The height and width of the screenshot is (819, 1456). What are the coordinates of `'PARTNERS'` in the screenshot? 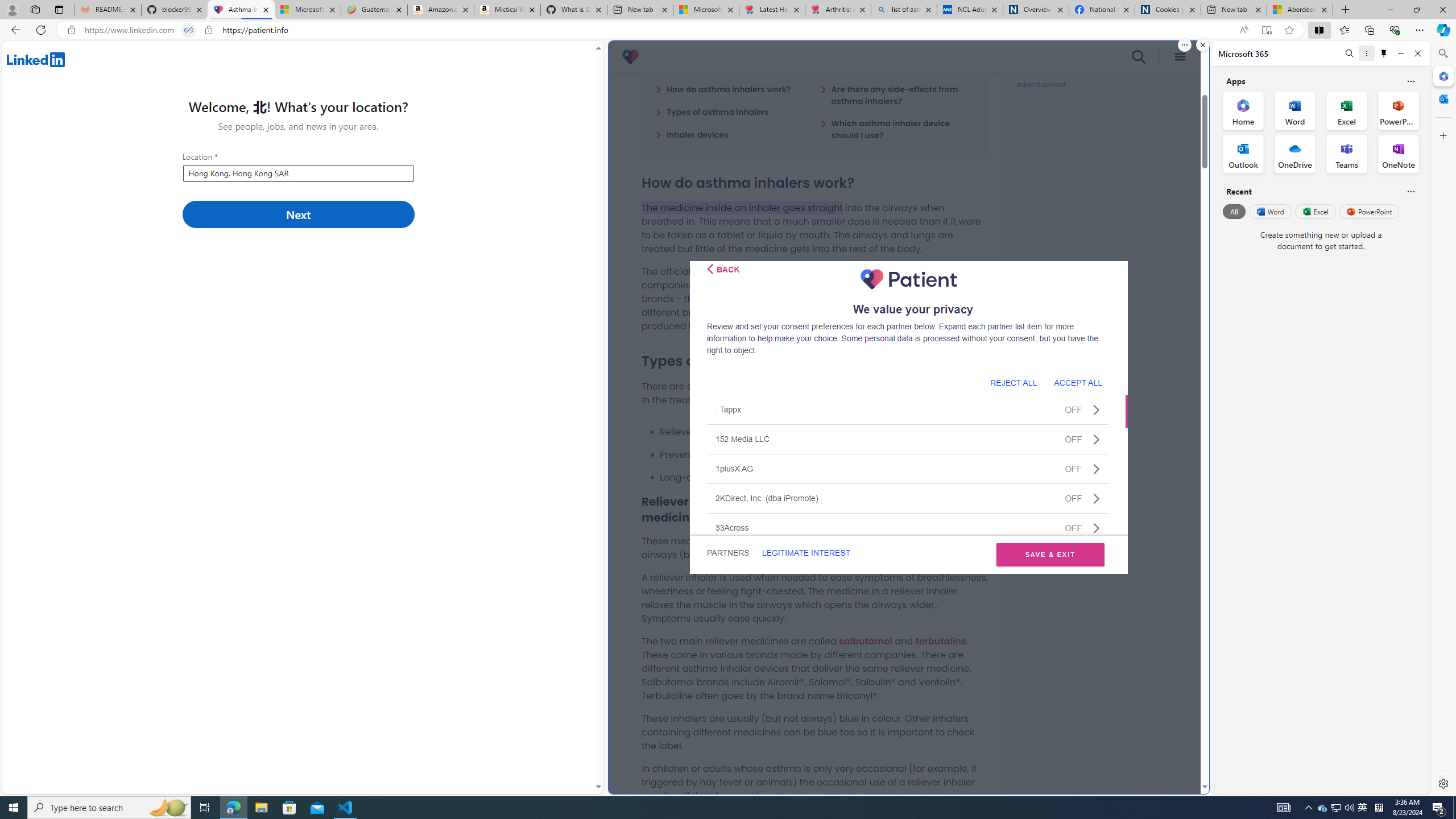 It's located at (728, 553).